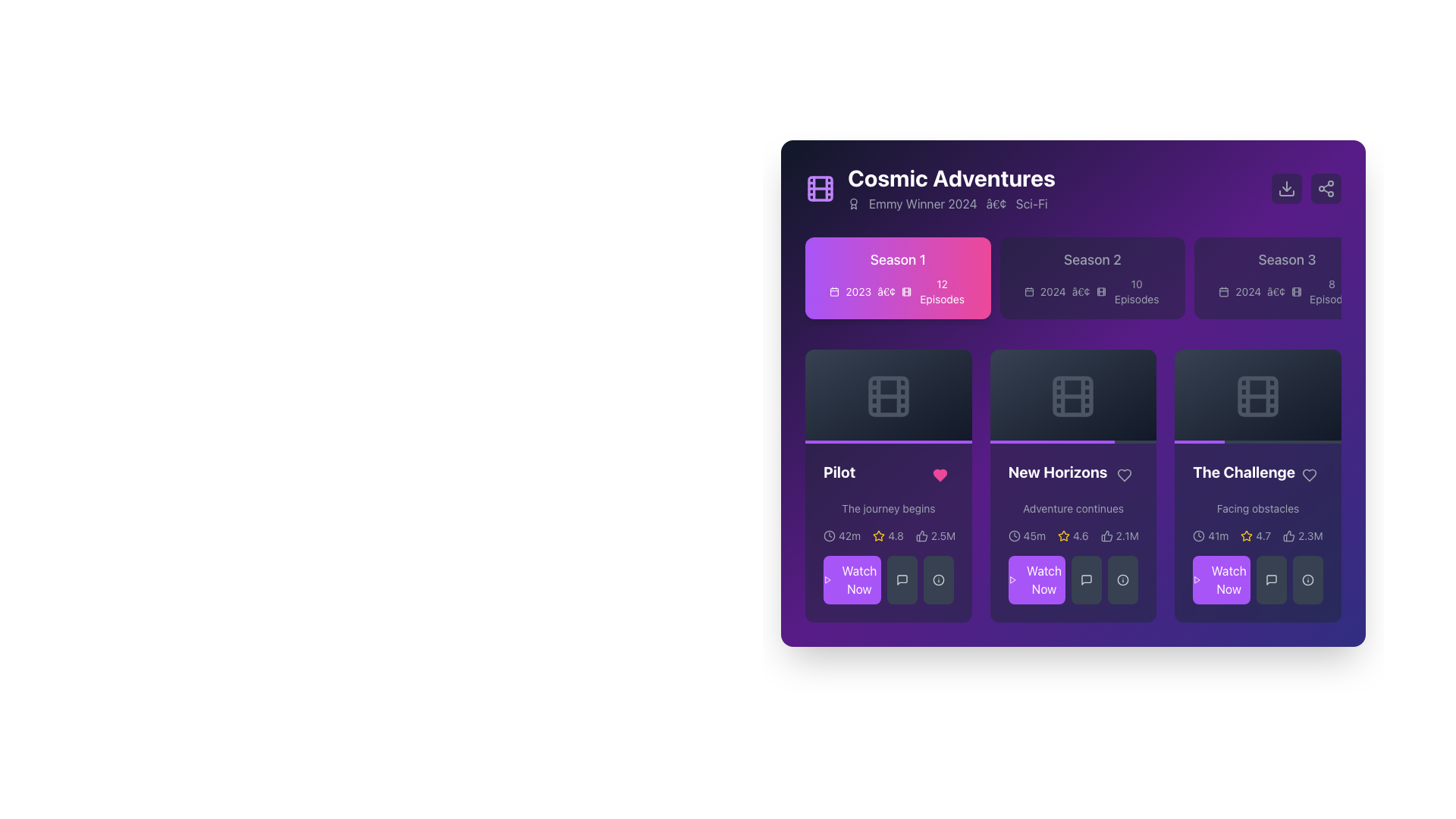 The height and width of the screenshot is (819, 1456). What do you see at coordinates (1247, 535) in the screenshot?
I see `the star icon representing the rating system located underneath the title 'New Horizons' and next to the average rating text '4.6'` at bounding box center [1247, 535].